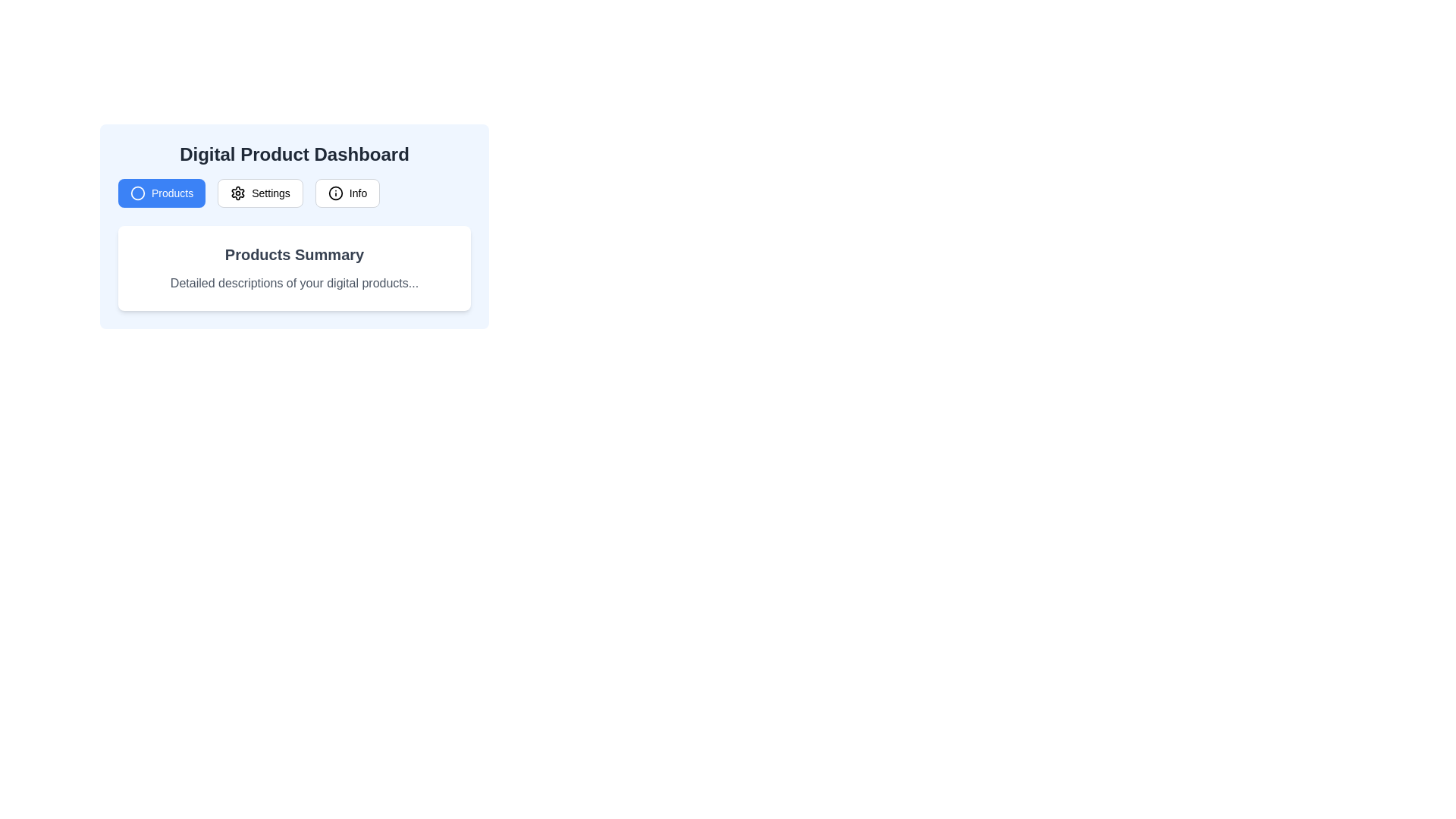 This screenshot has width=1456, height=819. I want to click on the heading element which serves as a title for the section summarizing products, located below the 'Digital Product Dashboard' heading, so click(294, 253).